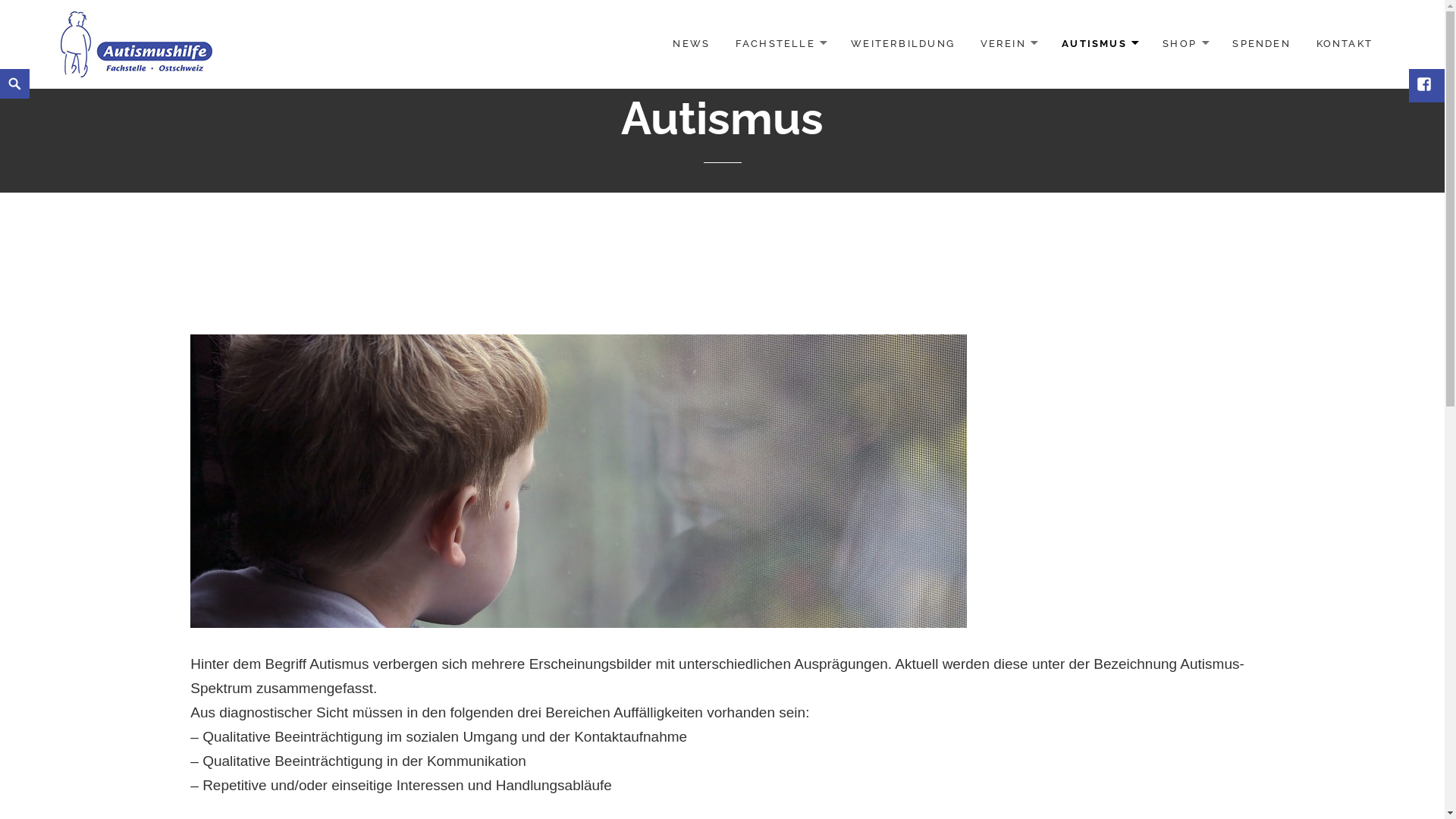 Image resolution: width=1456 pixels, height=819 pixels. What do you see at coordinates (136, 42) in the screenshot?
I see `'Autismushife Ostschweiz'` at bounding box center [136, 42].